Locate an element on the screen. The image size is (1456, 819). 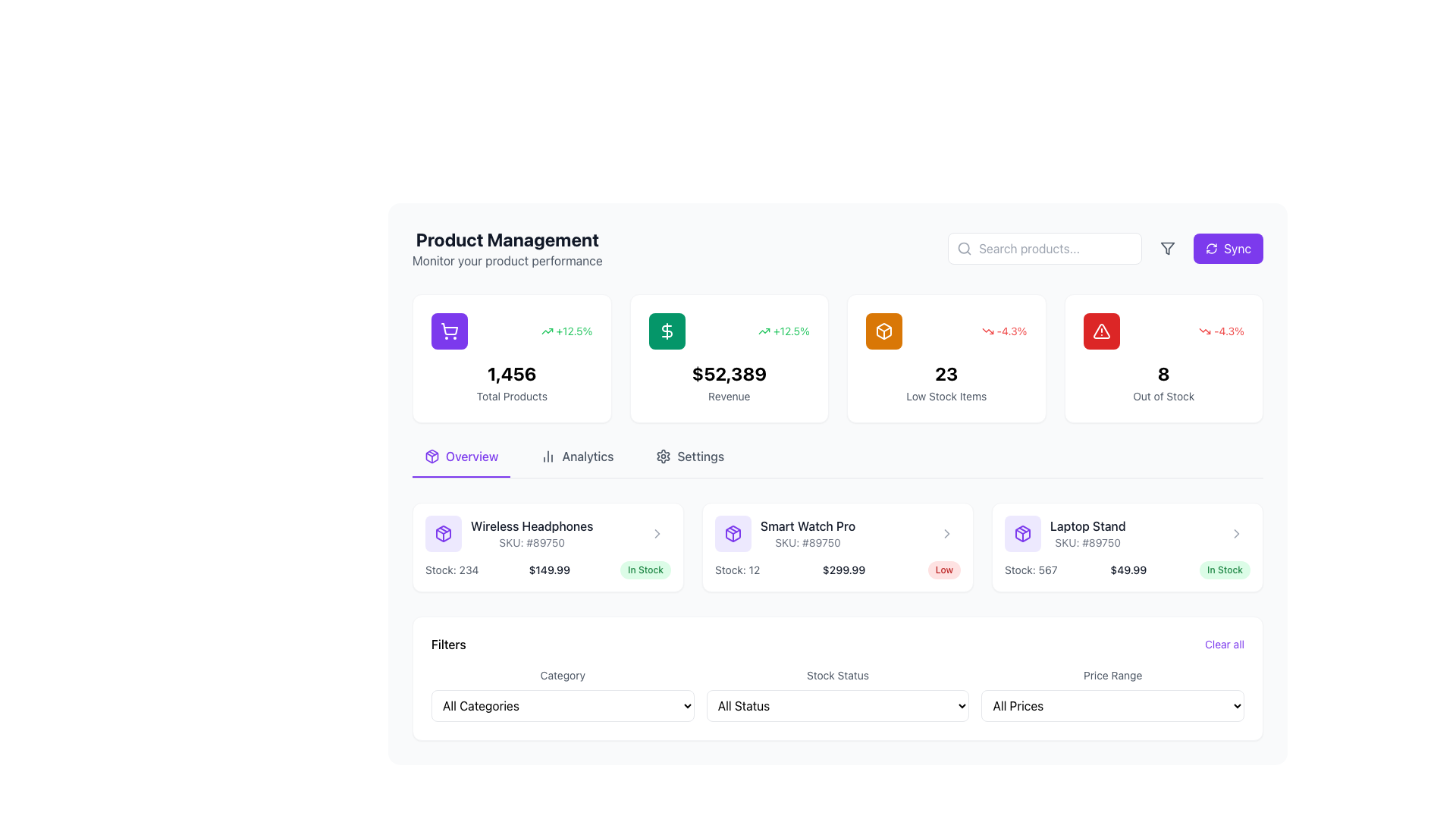
the text label displaying 'Laptop Stand' and 'SKU: #89750', located within the product summary component in the main content area is located at coordinates (1064, 533).